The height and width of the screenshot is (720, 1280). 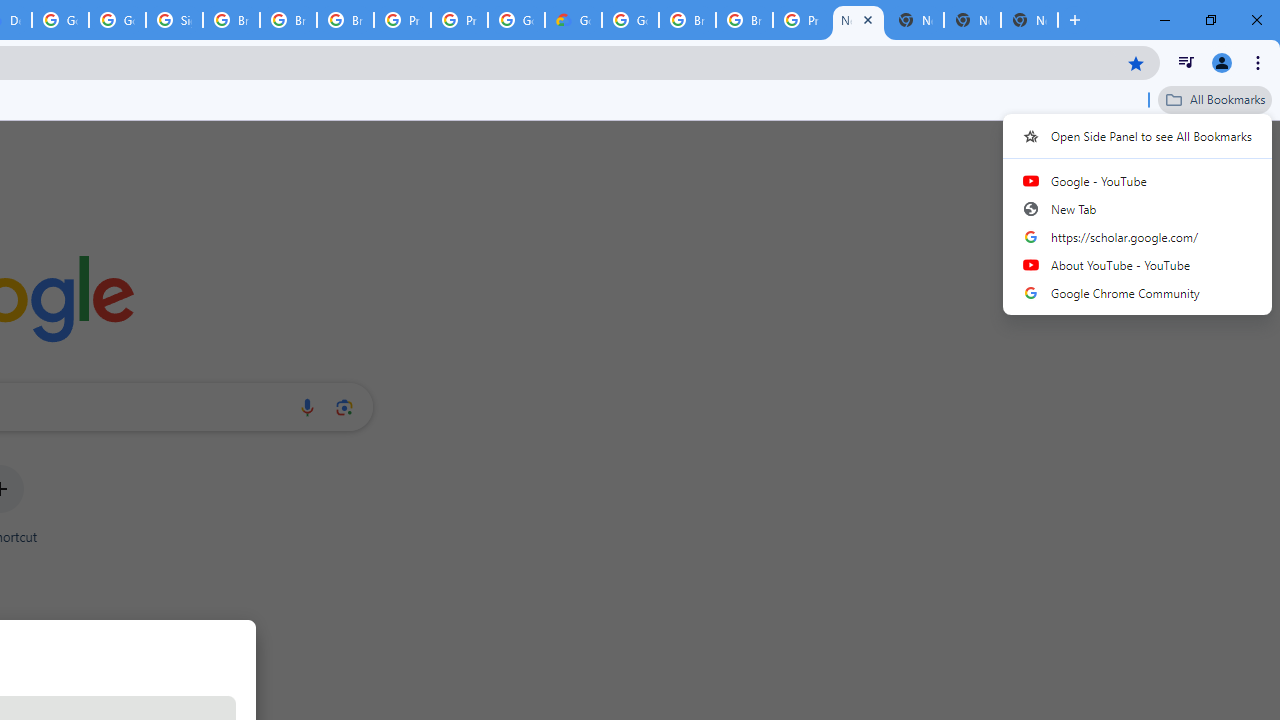 I want to click on 'Browse Chrome as a guest - Computer - Google Chrome Help', so click(x=743, y=20).